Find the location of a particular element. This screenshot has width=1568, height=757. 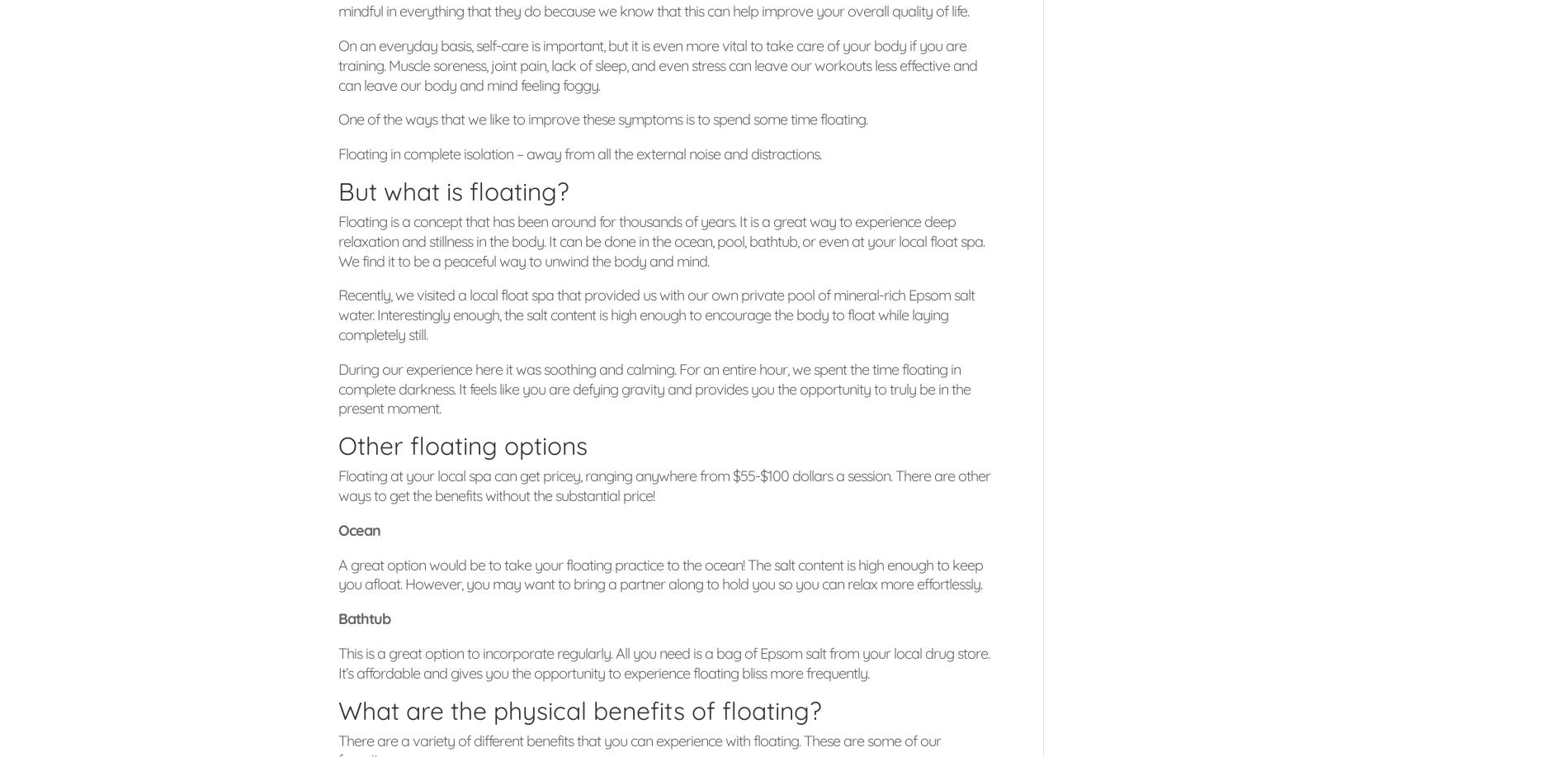

'On an everyday basis, self-care is important, but it is even more vital to take care of your body if you are training. Muscle soreness, joint pain, lack of sleep, and even stress can leave our workouts less effective and can leave our body and mind feeling foggy.' is located at coordinates (338, 64).